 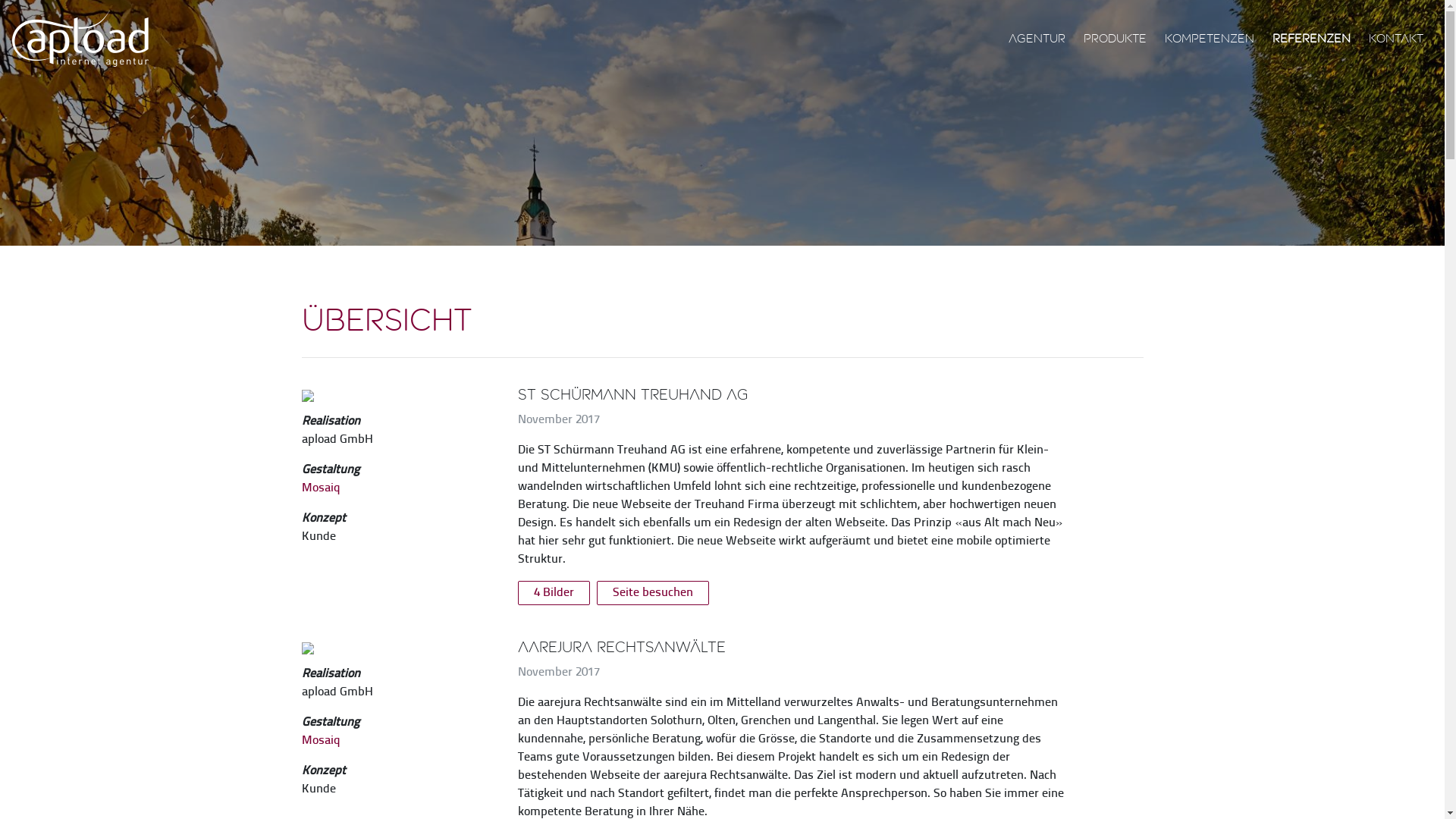 I want to click on 'Agentur', so click(x=1002, y=38).